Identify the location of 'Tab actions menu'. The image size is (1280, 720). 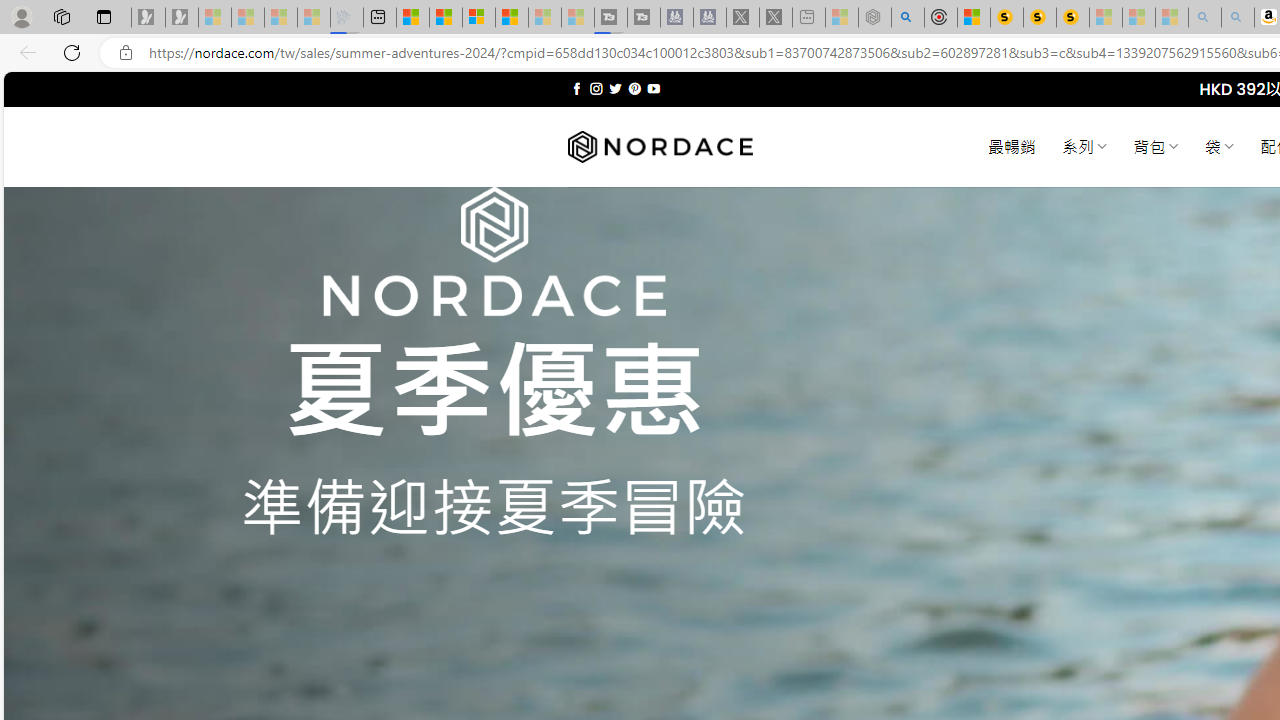
(103, 16).